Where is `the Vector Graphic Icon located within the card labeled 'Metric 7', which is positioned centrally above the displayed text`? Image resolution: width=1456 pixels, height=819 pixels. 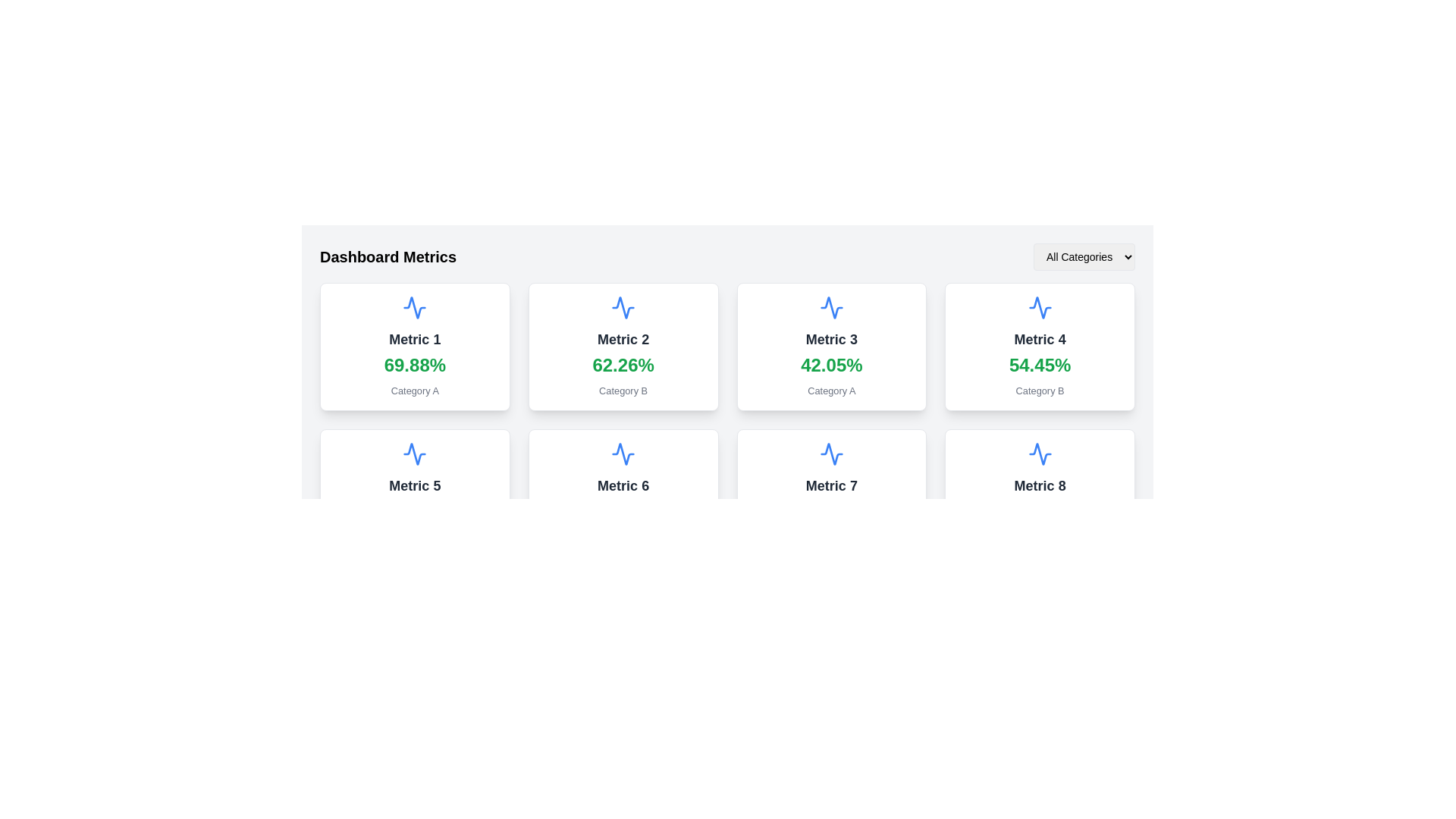 the Vector Graphic Icon located within the card labeled 'Metric 7', which is positioned centrally above the displayed text is located at coordinates (830, 453).